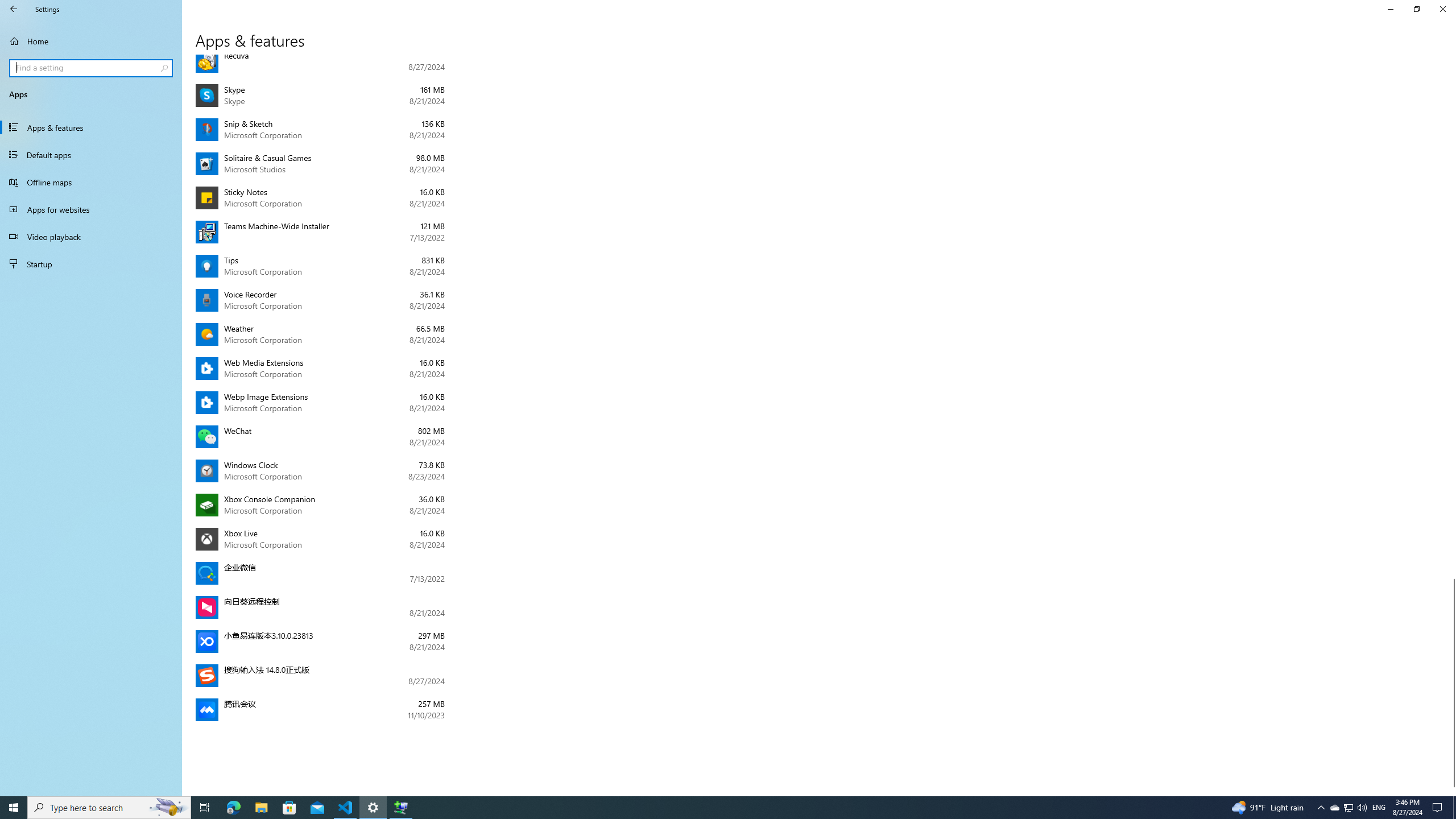 The height and width of the screenshot is (819, 1456). Describe the element at coordinates (90, 209) in the screenshot. I see `'Apps for websites'` at that location.